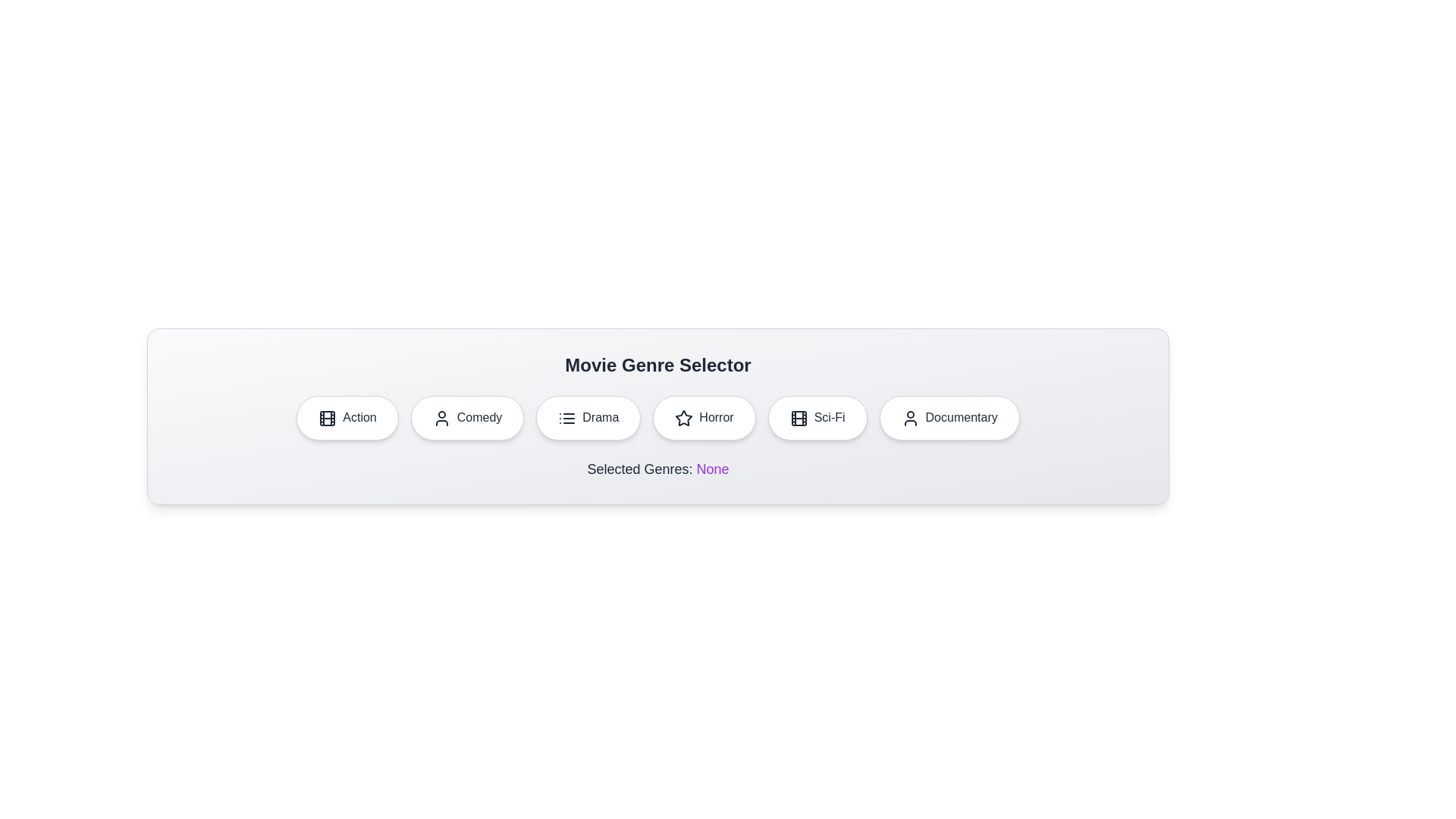  I want to click on the Action genre icon located on the leftmost side of its group, adjacent to the text label 'Action', so click(327, 418).